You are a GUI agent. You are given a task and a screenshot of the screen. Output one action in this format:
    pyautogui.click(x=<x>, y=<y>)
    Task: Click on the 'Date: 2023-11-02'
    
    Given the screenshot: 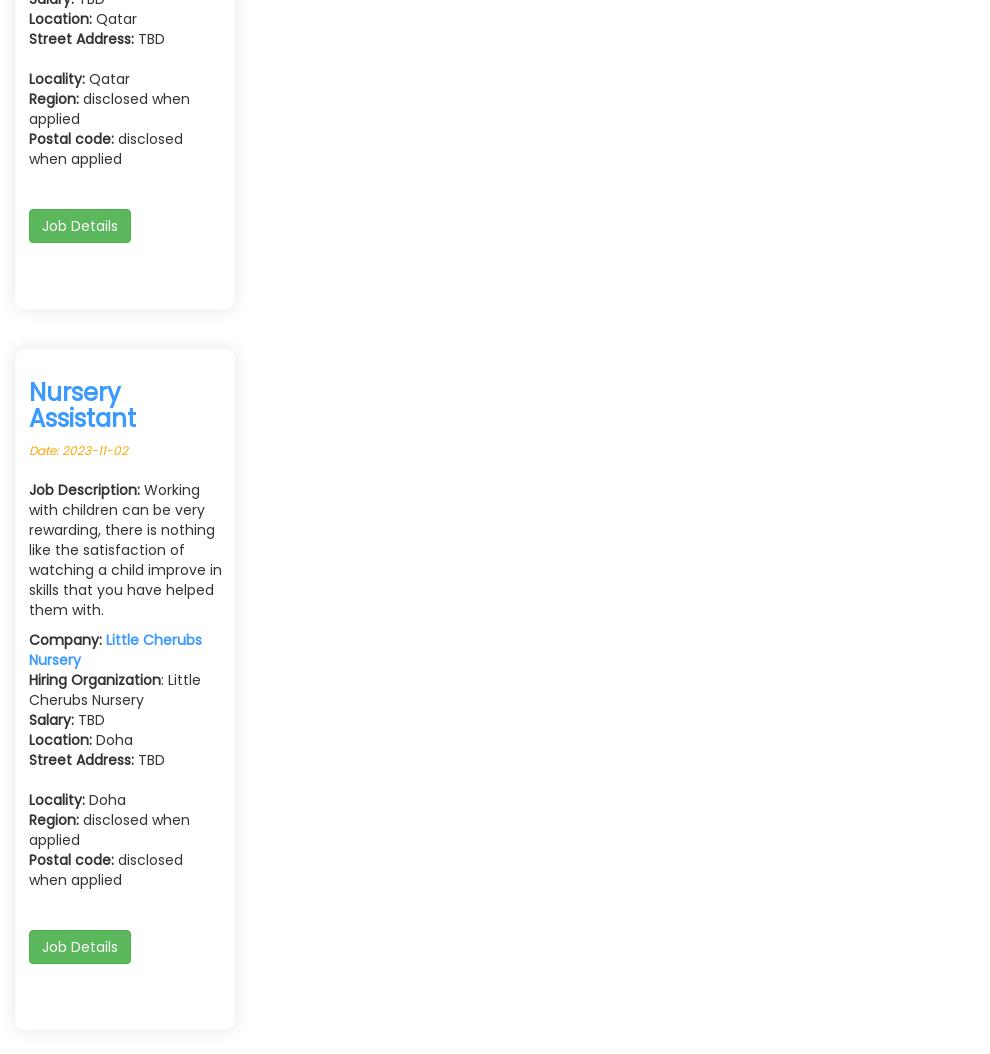 What is the action you would take?
    pyautogui.click(x=28, y=450)
    